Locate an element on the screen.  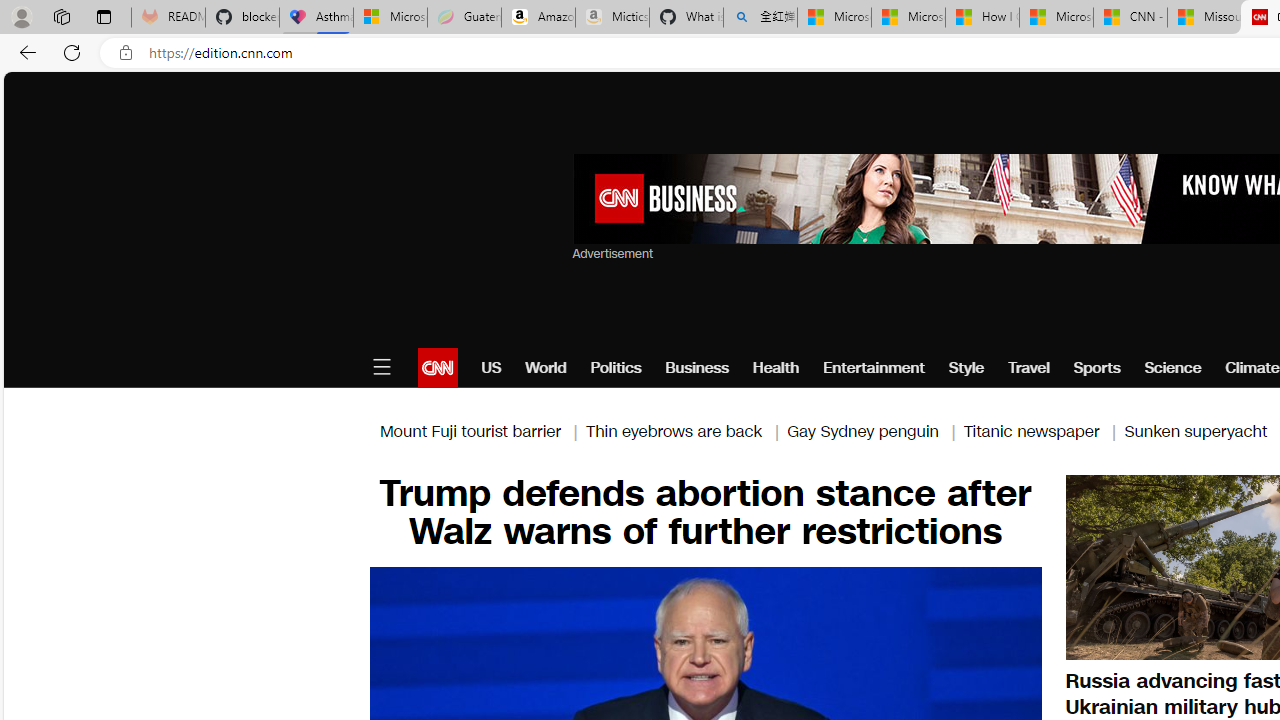
'Sports' is located at coordinates (1095, 367).